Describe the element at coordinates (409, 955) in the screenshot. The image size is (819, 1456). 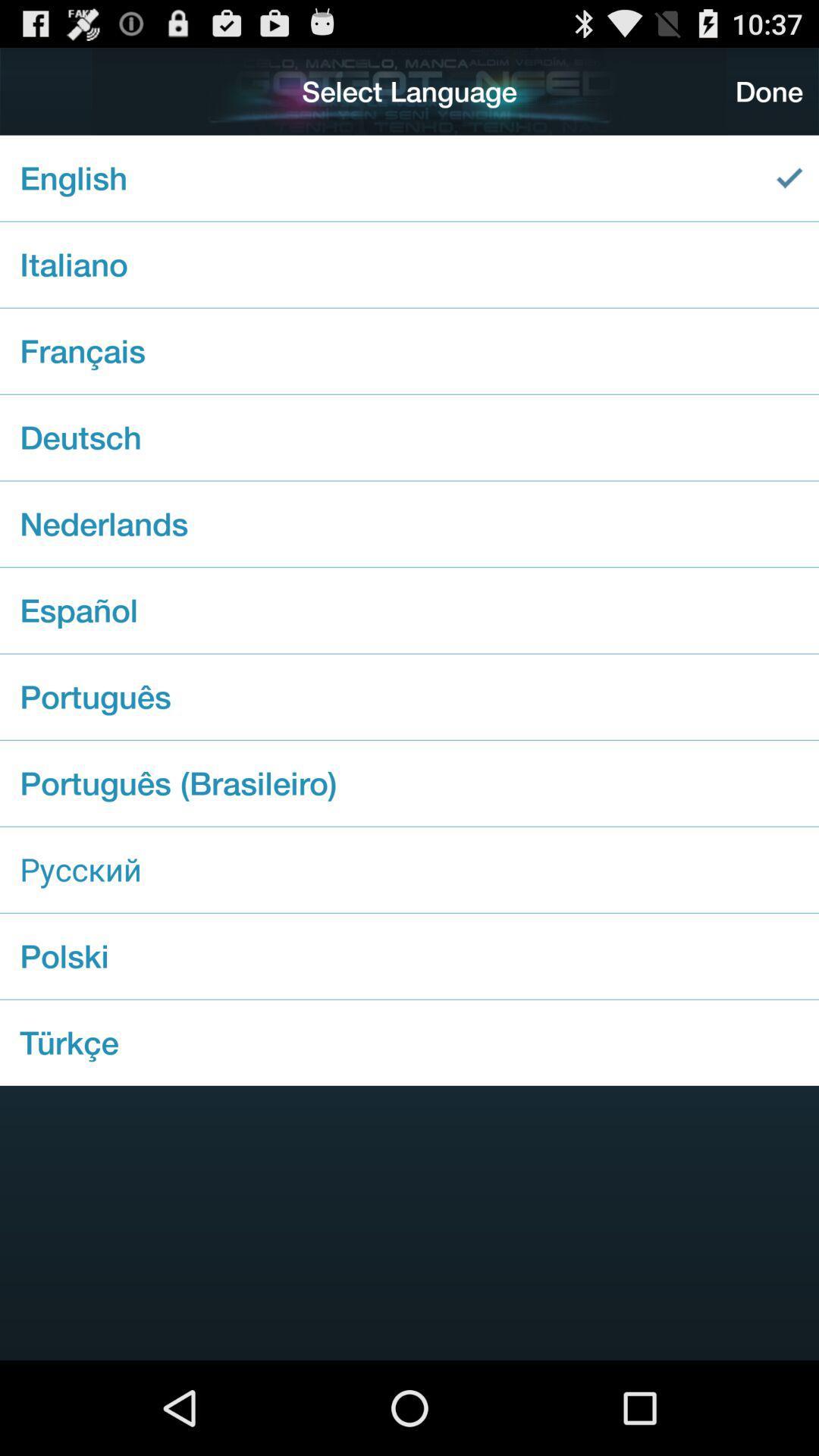
I see `the polski icon` at that location.